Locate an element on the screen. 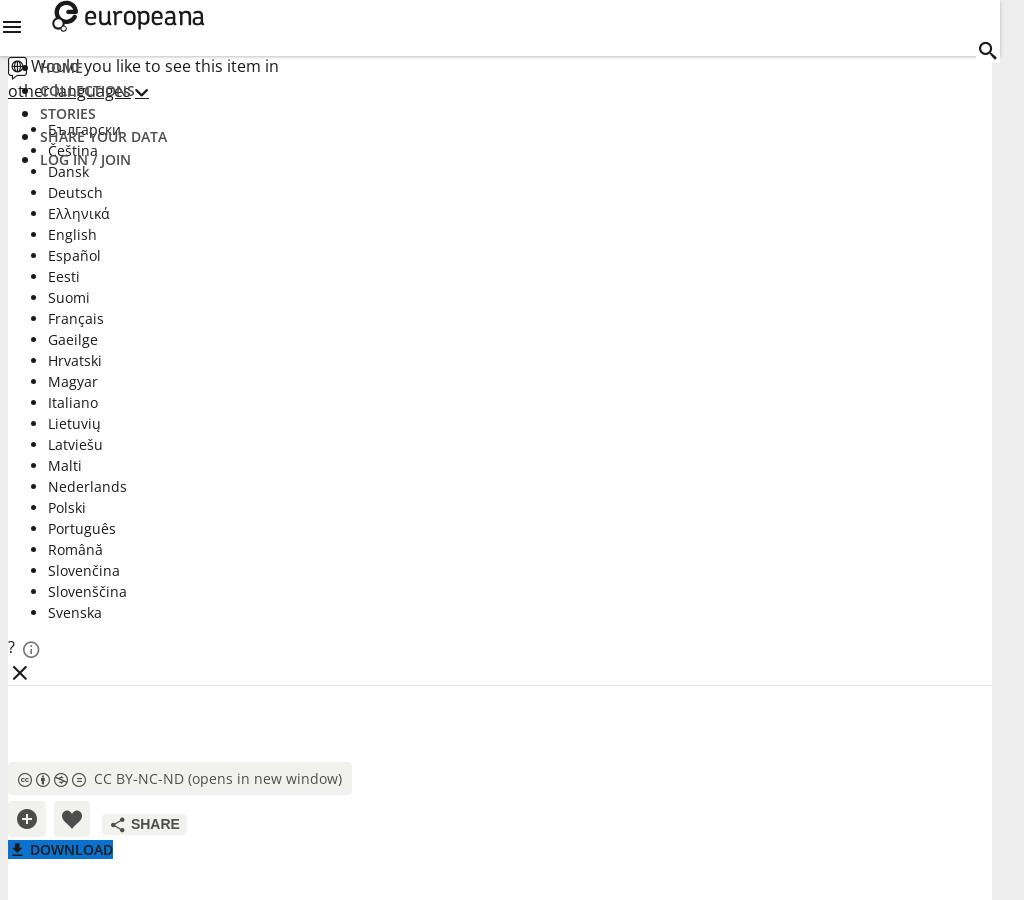  'Gaeilge' is located at coordinates (72, 339).